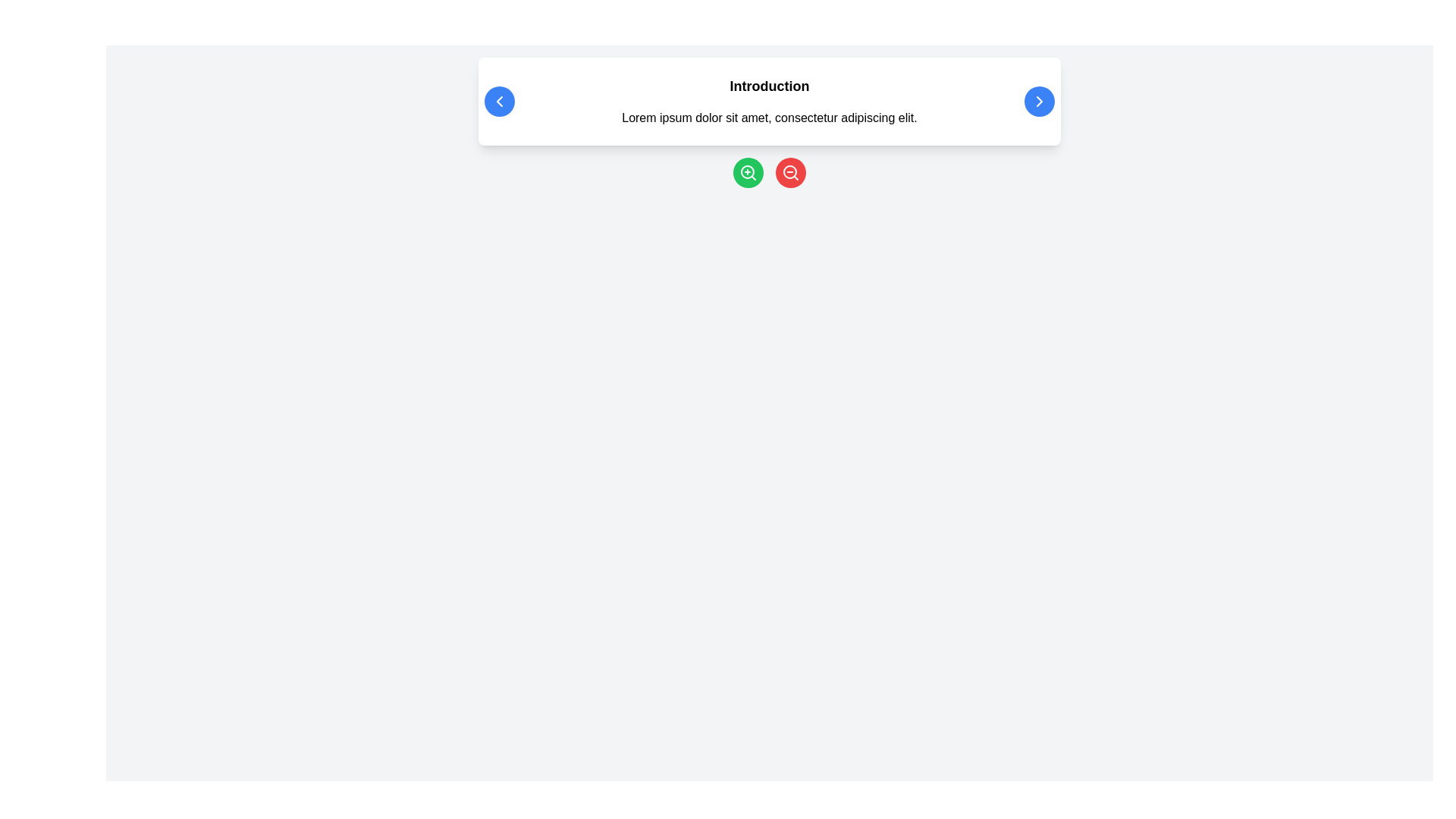  Describe the element at coordinates (1039, 102) in the screenshot. I see `the right-pointing chevron icon within the blue circular button located at the top-right corner of the white card` at that location.